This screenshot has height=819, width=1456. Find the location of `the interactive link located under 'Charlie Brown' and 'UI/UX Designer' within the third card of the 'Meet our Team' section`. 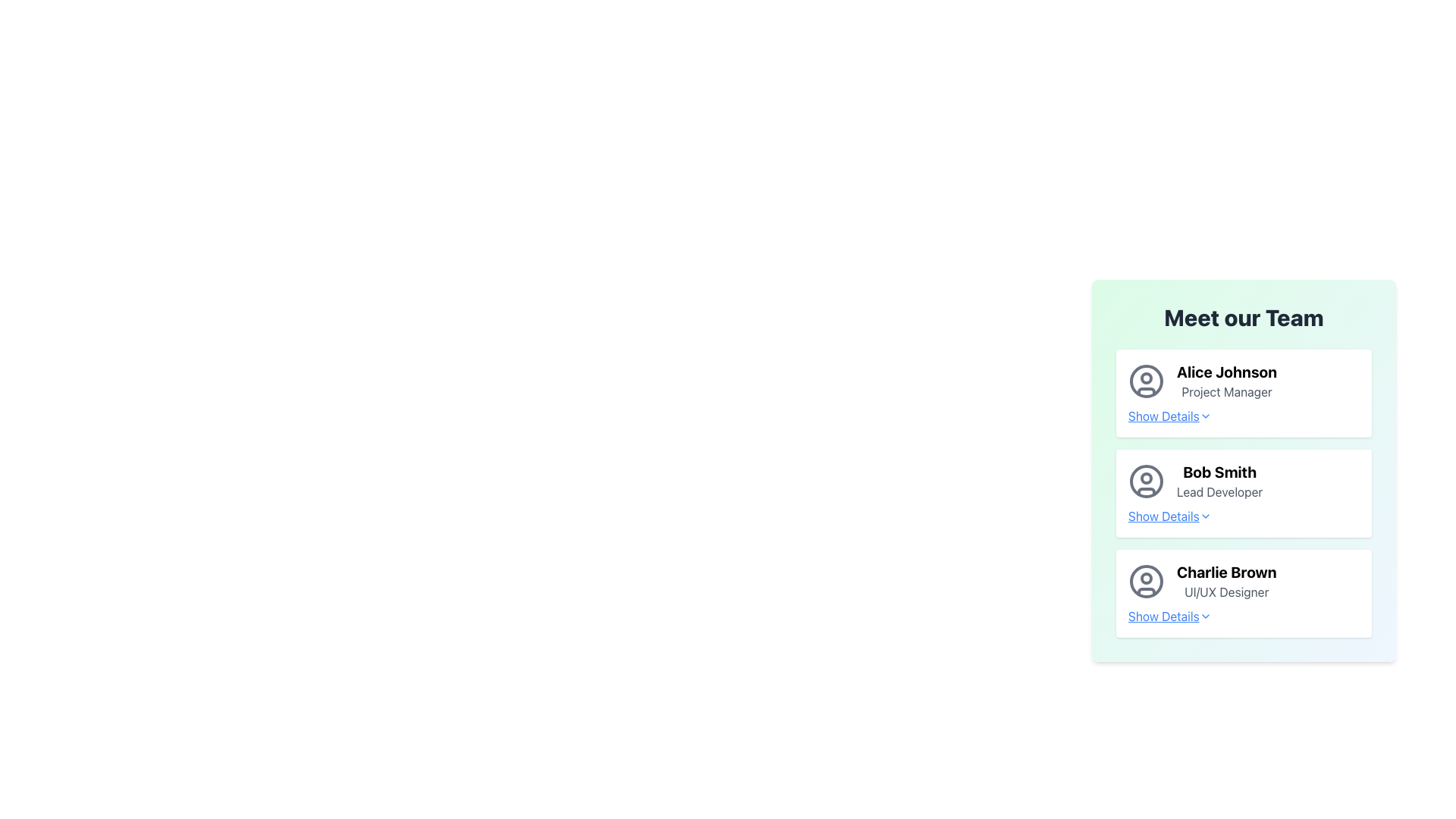

the interactive link located under 'Charlie Brown' and 'UI/UX Designer' within the third card of the 'Meet our Team' section is located at coordinates (1244, 617).